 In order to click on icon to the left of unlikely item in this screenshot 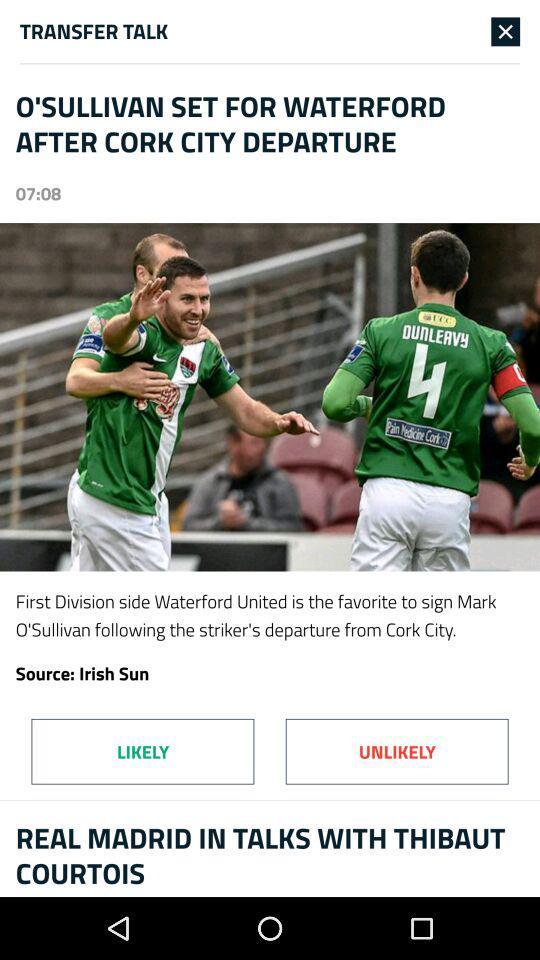, I will do `click(141, 750)`.